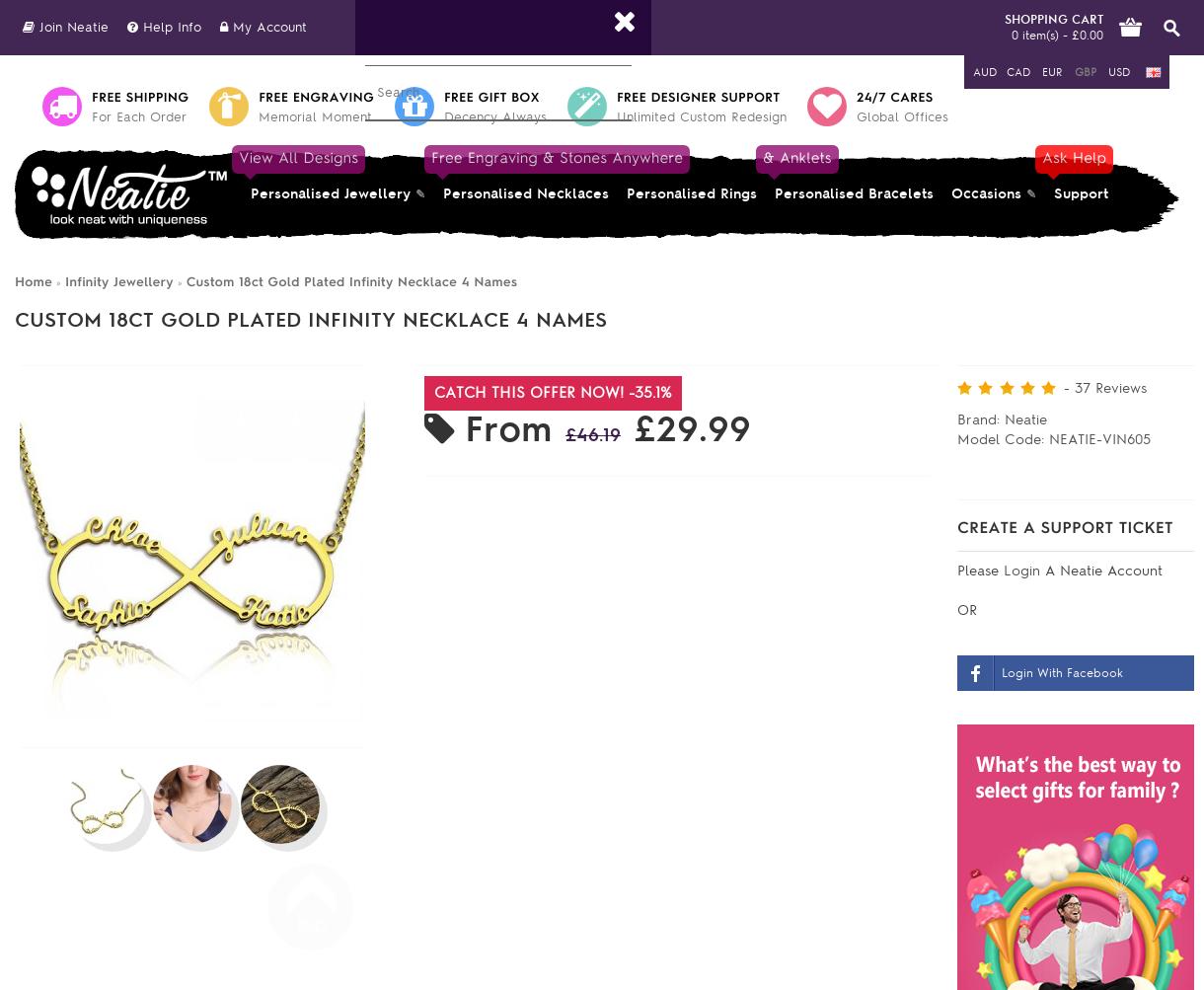  Describe the element at coordinates (1118, 387) in the screenshot. I see `'Reviews'` at that location.